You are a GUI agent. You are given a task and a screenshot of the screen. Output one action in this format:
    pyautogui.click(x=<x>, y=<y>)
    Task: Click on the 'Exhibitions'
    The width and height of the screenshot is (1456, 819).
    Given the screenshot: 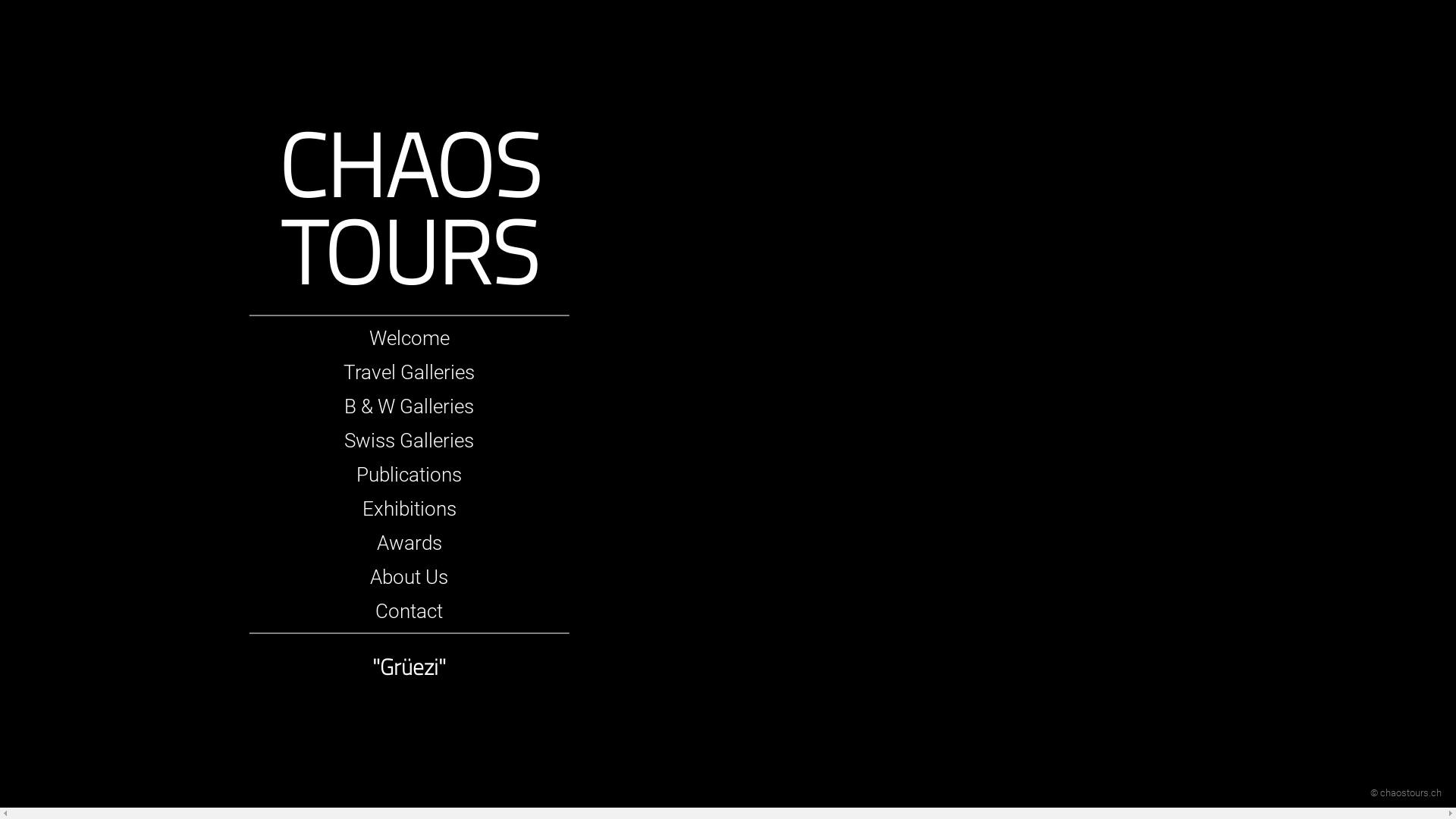 What is the action you would take?
    pyautogui.click(x=362, y=509)
    